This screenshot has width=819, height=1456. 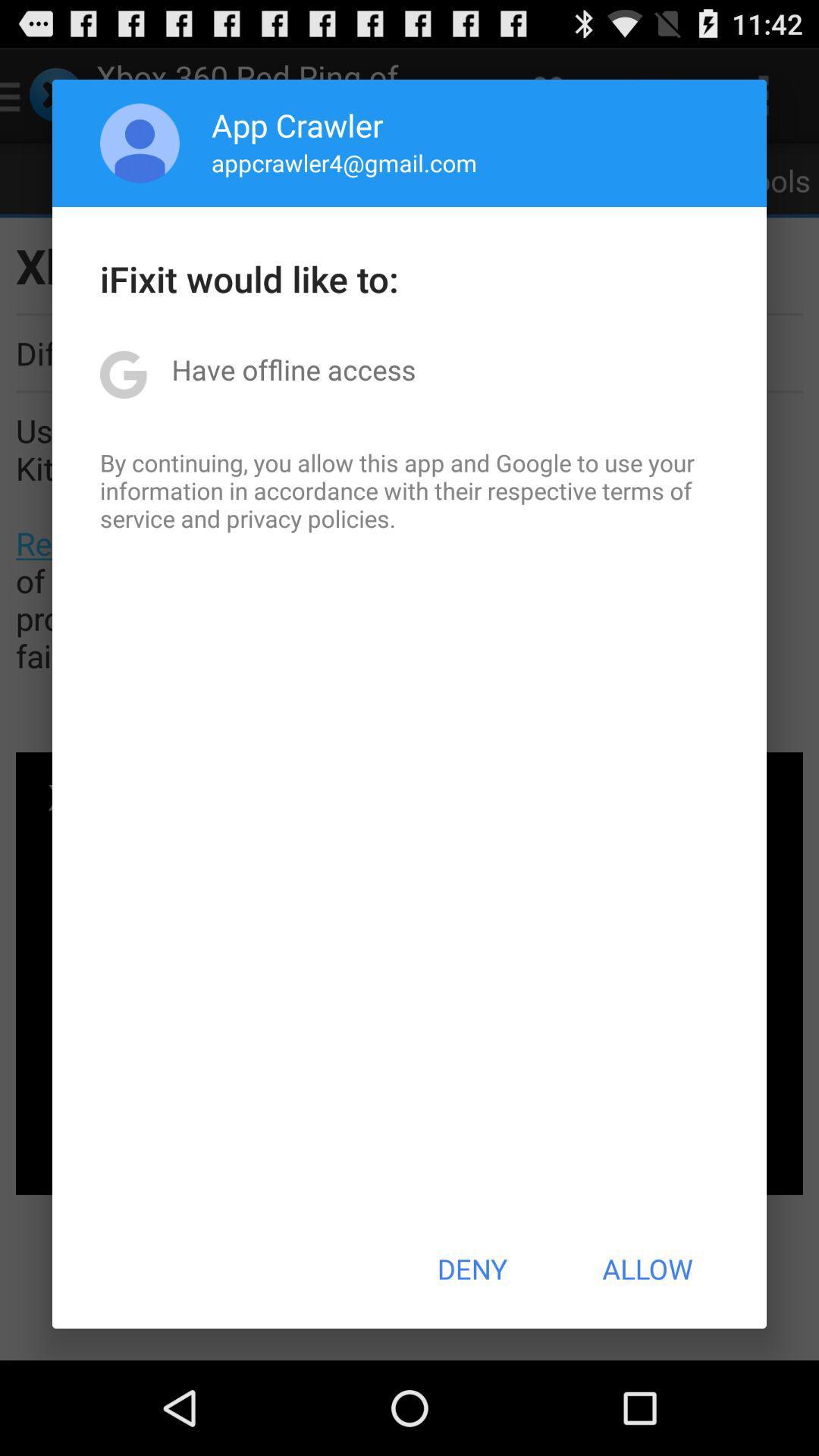 I want to click on the have offline access item, so click(x=293, y=369).